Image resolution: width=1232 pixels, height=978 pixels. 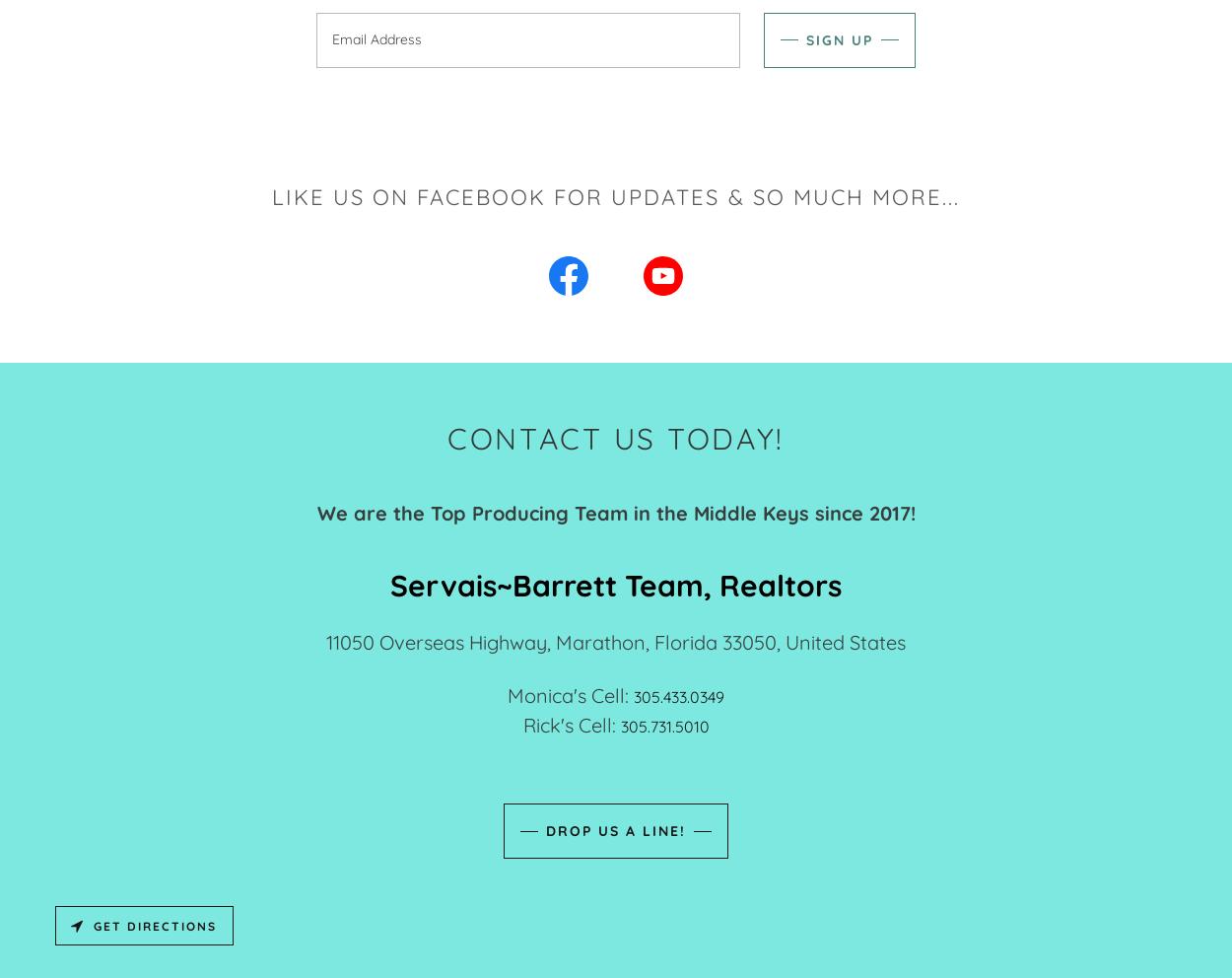 I want to click on 'We are the Top Producing Team in the Middle Keys since 2017!', so click(x=314, y=511).